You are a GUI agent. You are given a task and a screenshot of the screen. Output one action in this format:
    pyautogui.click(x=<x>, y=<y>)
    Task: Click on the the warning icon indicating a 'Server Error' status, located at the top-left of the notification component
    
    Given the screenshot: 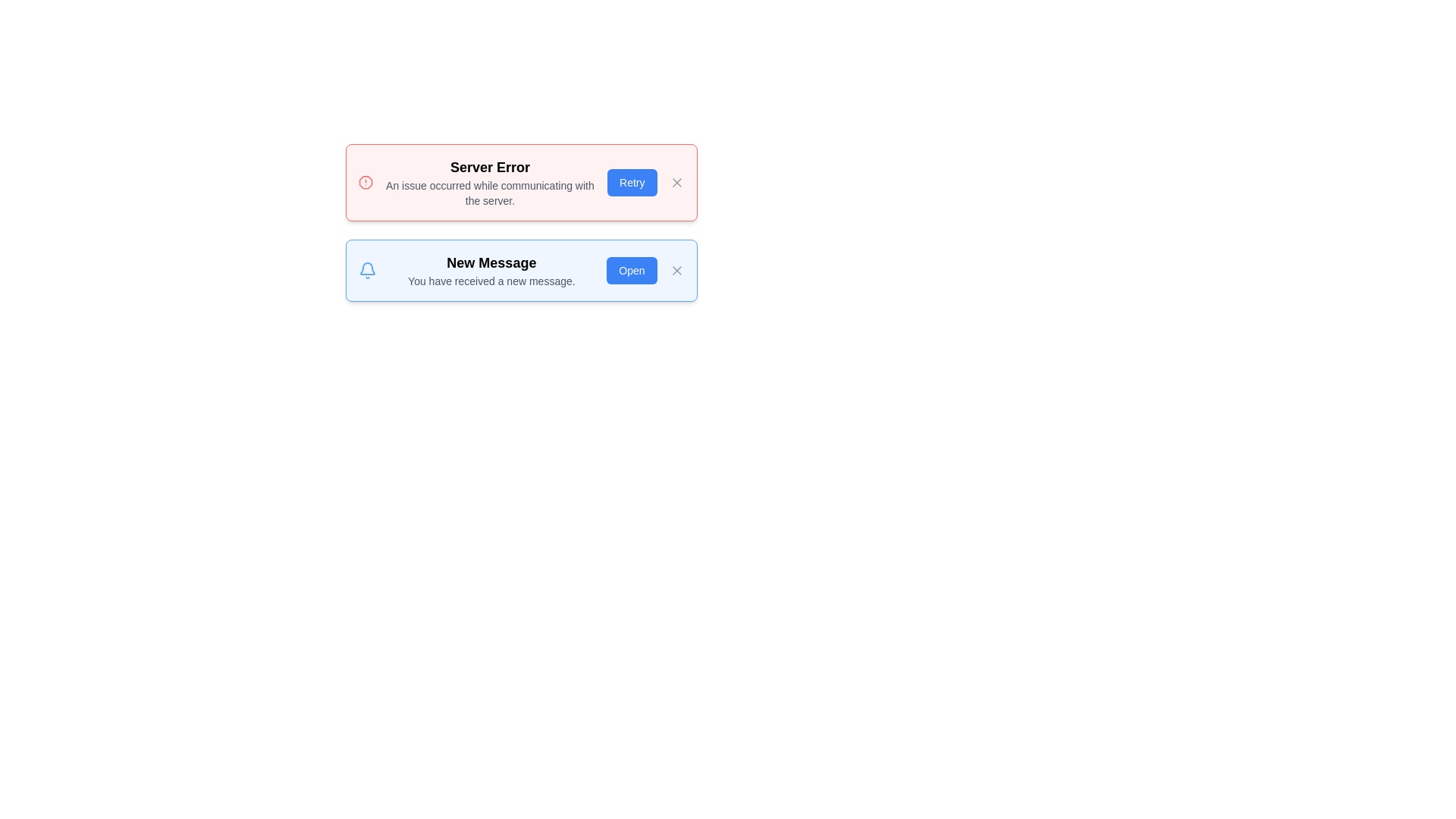 What is the action you would take?
    pyautogui.click(x=366, y=181)
    